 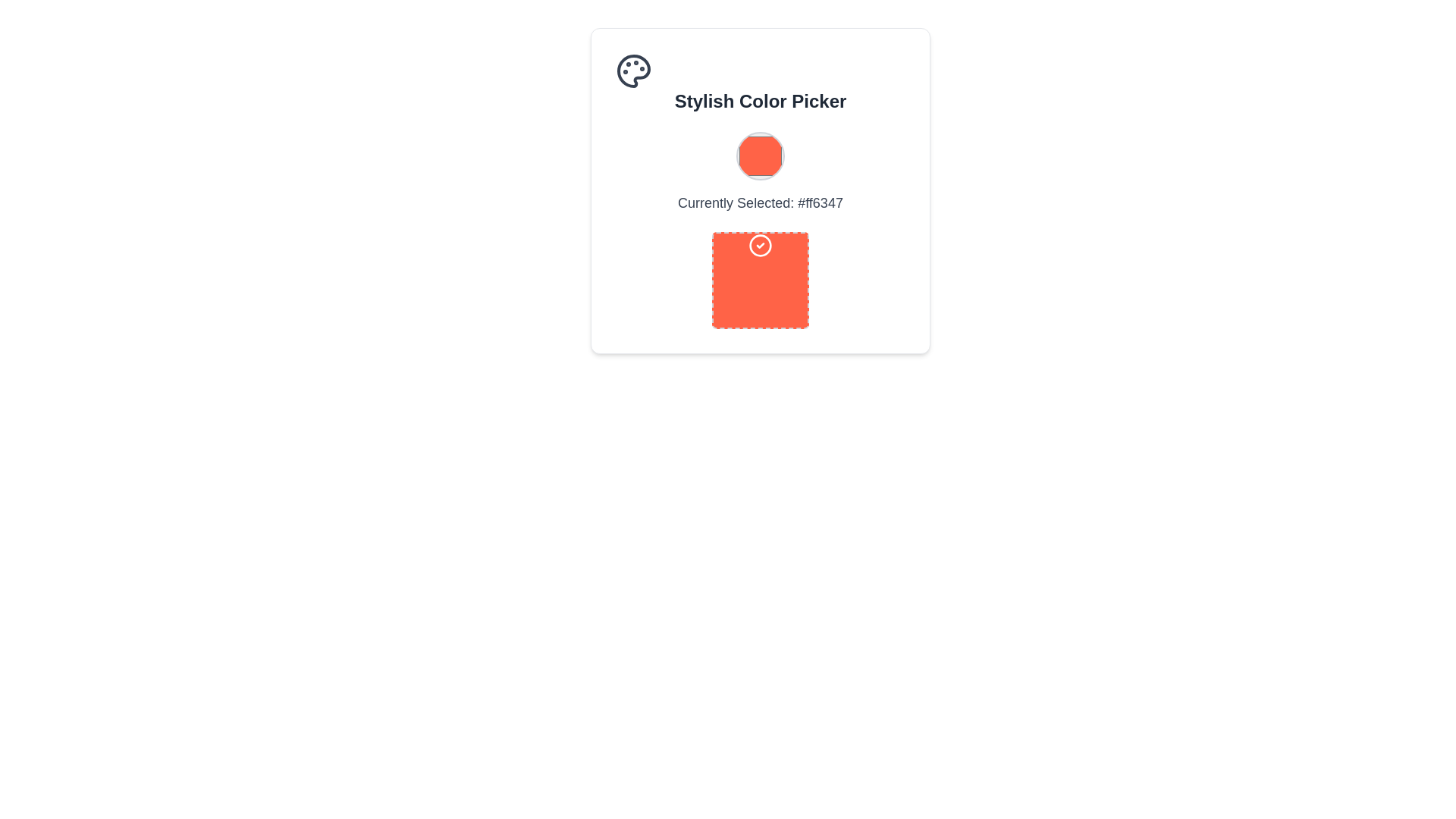 I want to click on the static visual indicator that represents the currently selected color option, which includes a solid color and a checkmark, located below the text 'Currently Selected: #ff6347', so click(x=761, y=281).